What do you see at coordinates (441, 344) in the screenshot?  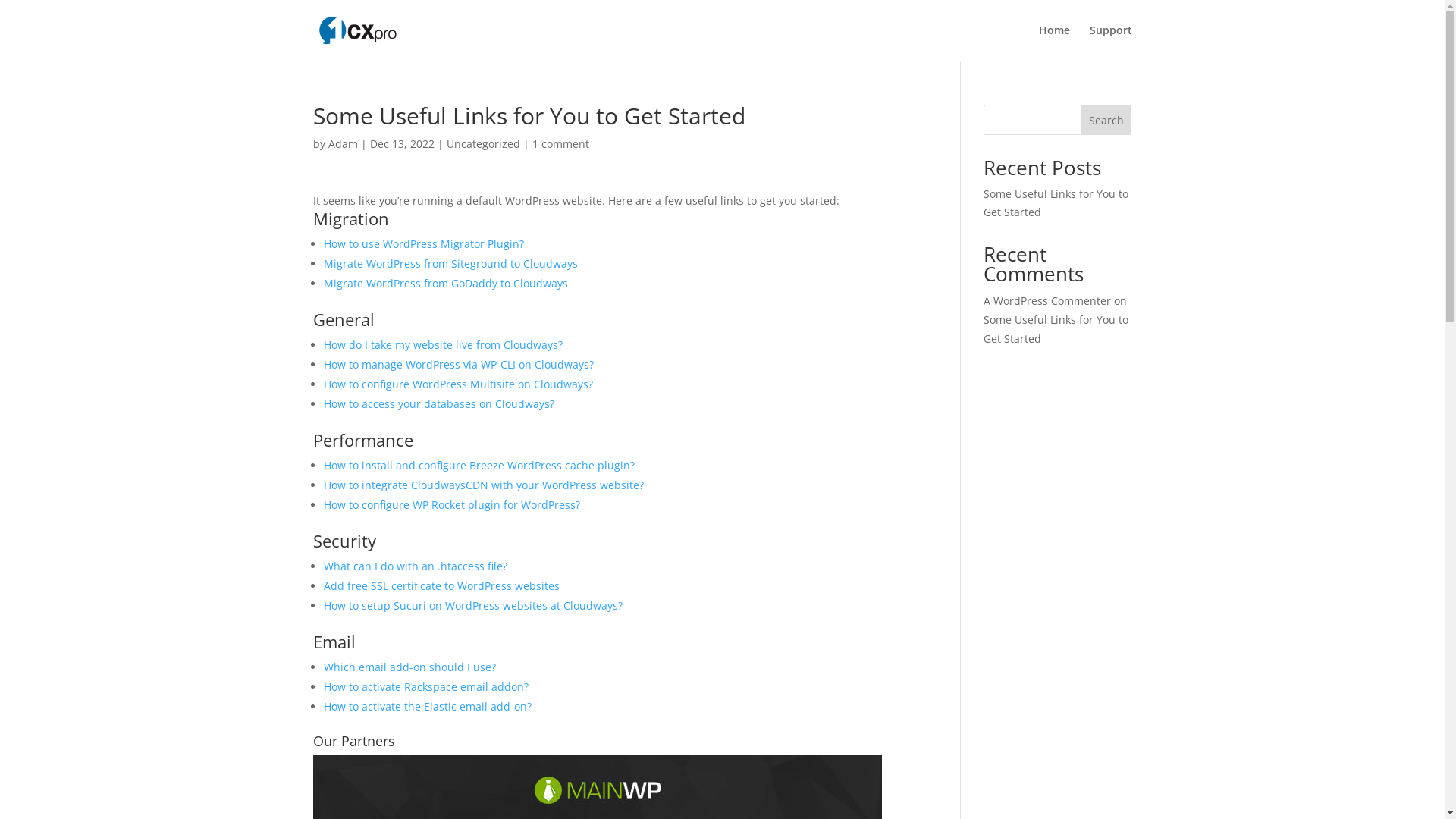 I see `'How do I take my website live from Cloudways?'` at bounding box center [441, 344].